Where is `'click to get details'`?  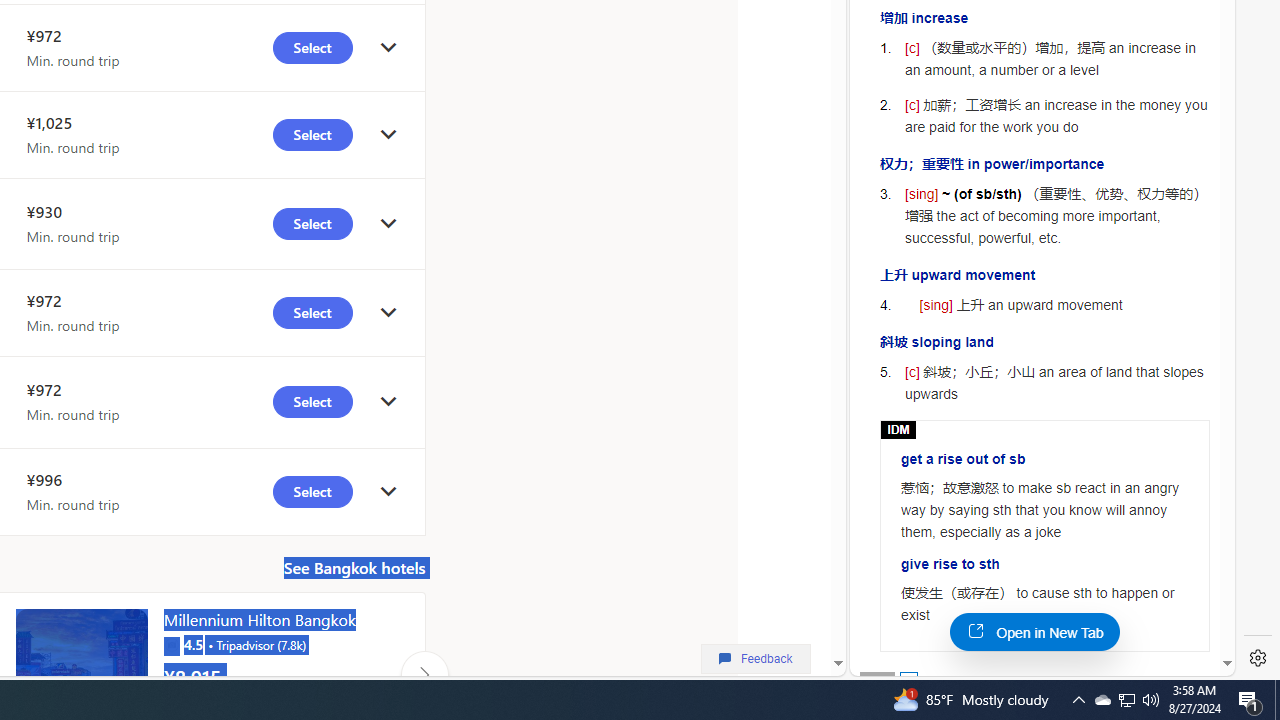 'click to get details' is located at coordinates (388, 491).